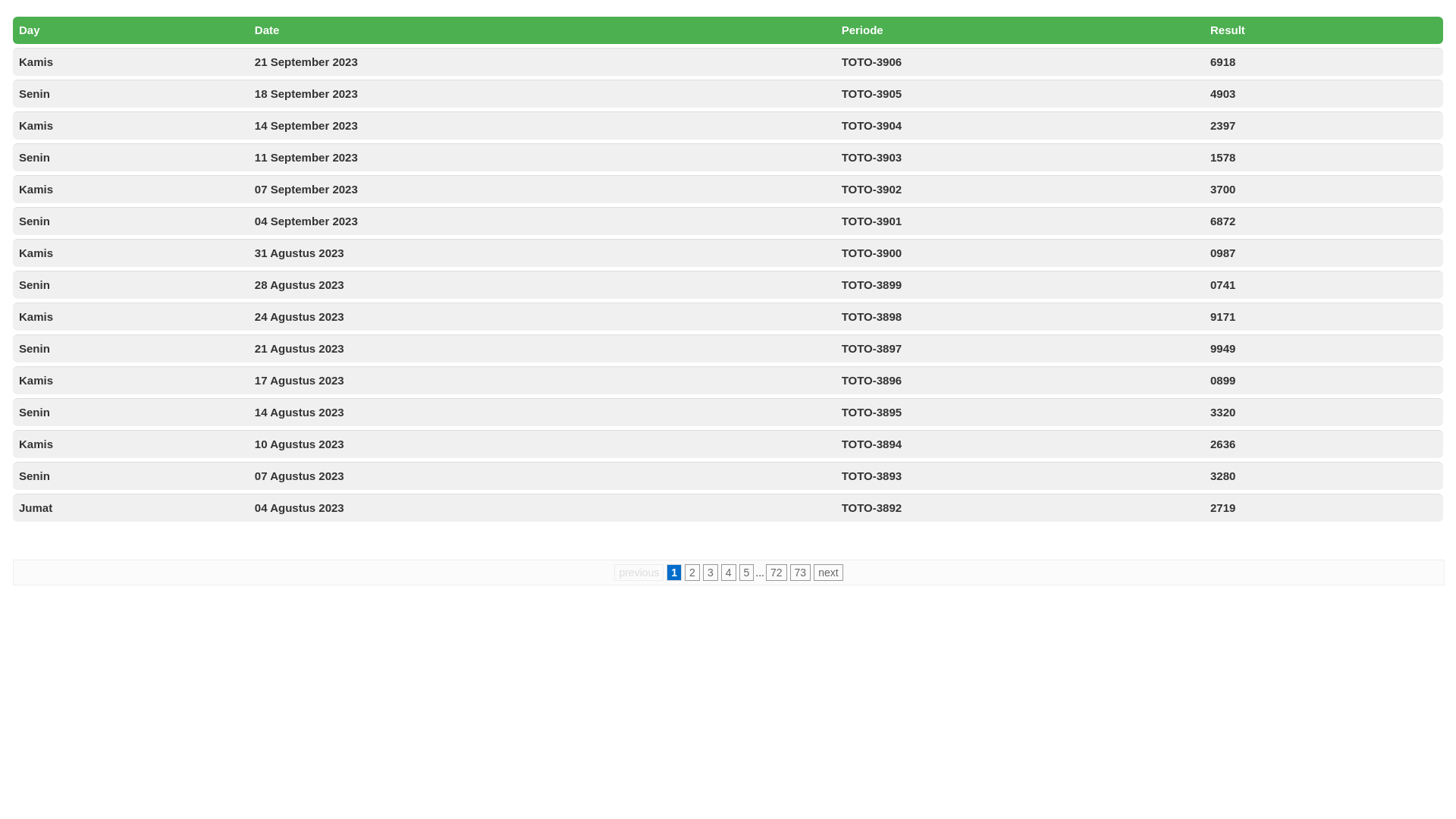  I want to click on 'next', so click(827, 573).